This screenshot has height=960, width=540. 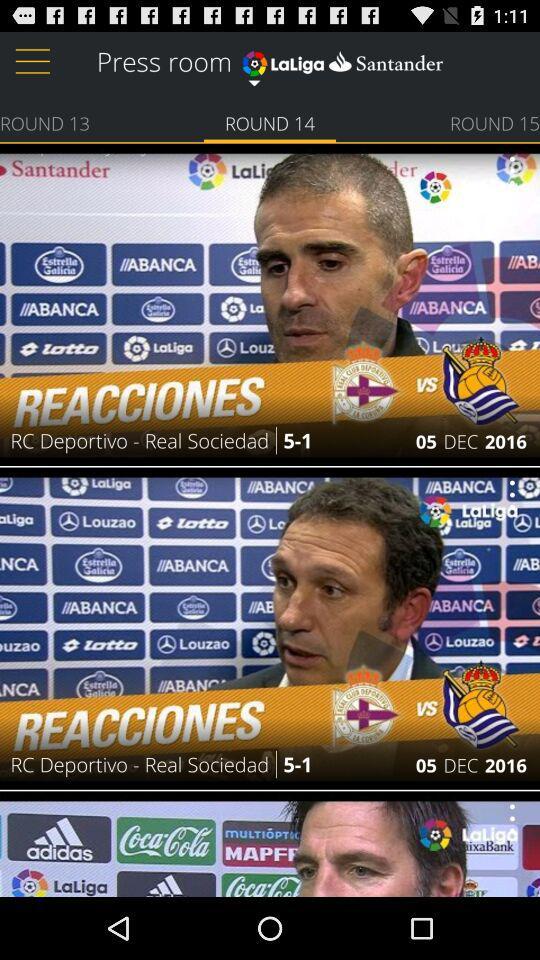 What do you see at coordinates (44, 121) in the screenshot?
I see `item to the left of round 14 icon` at bounding box center [44, 121].